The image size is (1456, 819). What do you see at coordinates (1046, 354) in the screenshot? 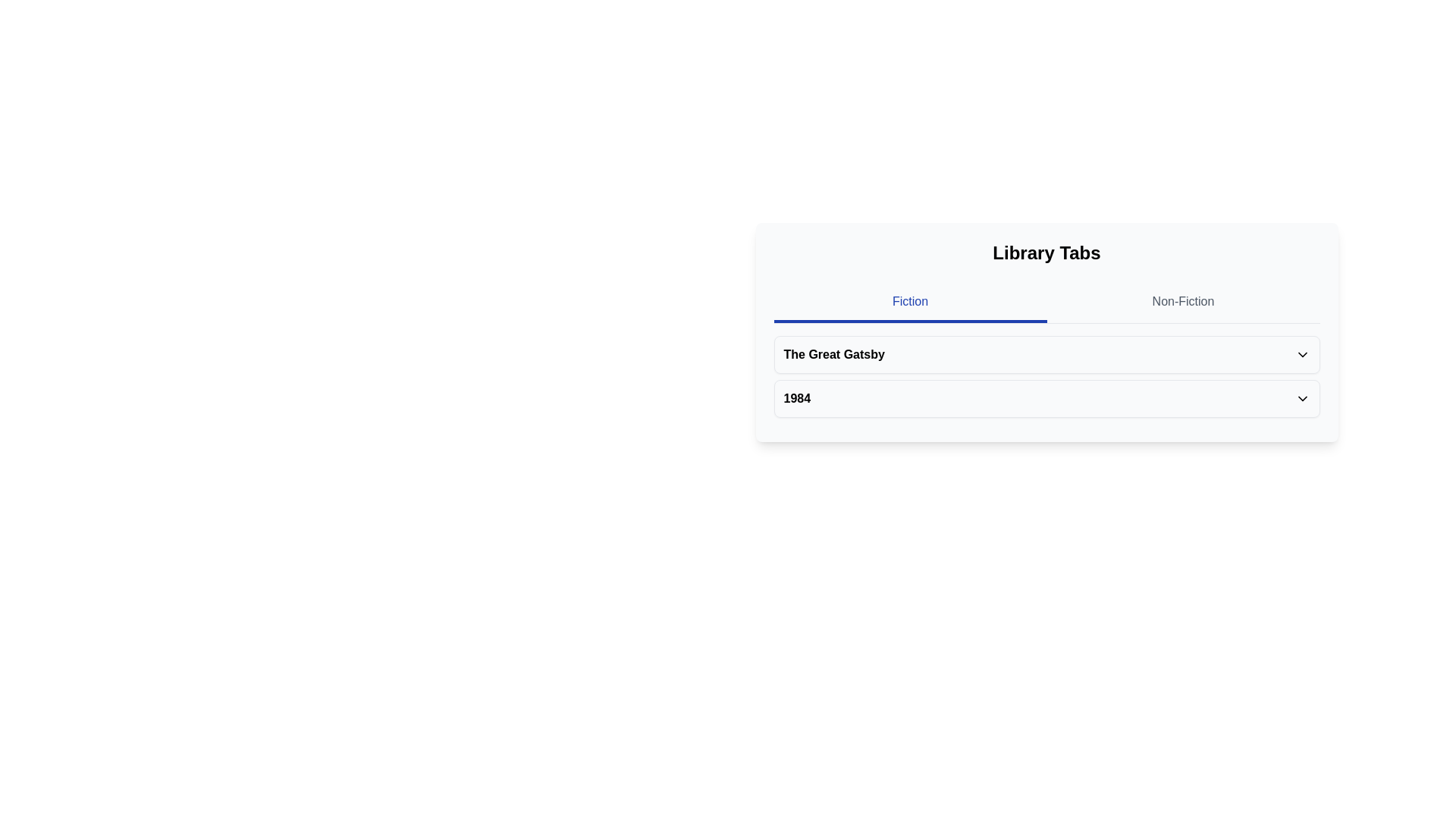
I see `the selectable book item button for 'The Great Gatsby'` at bounding box center [1046, 354].